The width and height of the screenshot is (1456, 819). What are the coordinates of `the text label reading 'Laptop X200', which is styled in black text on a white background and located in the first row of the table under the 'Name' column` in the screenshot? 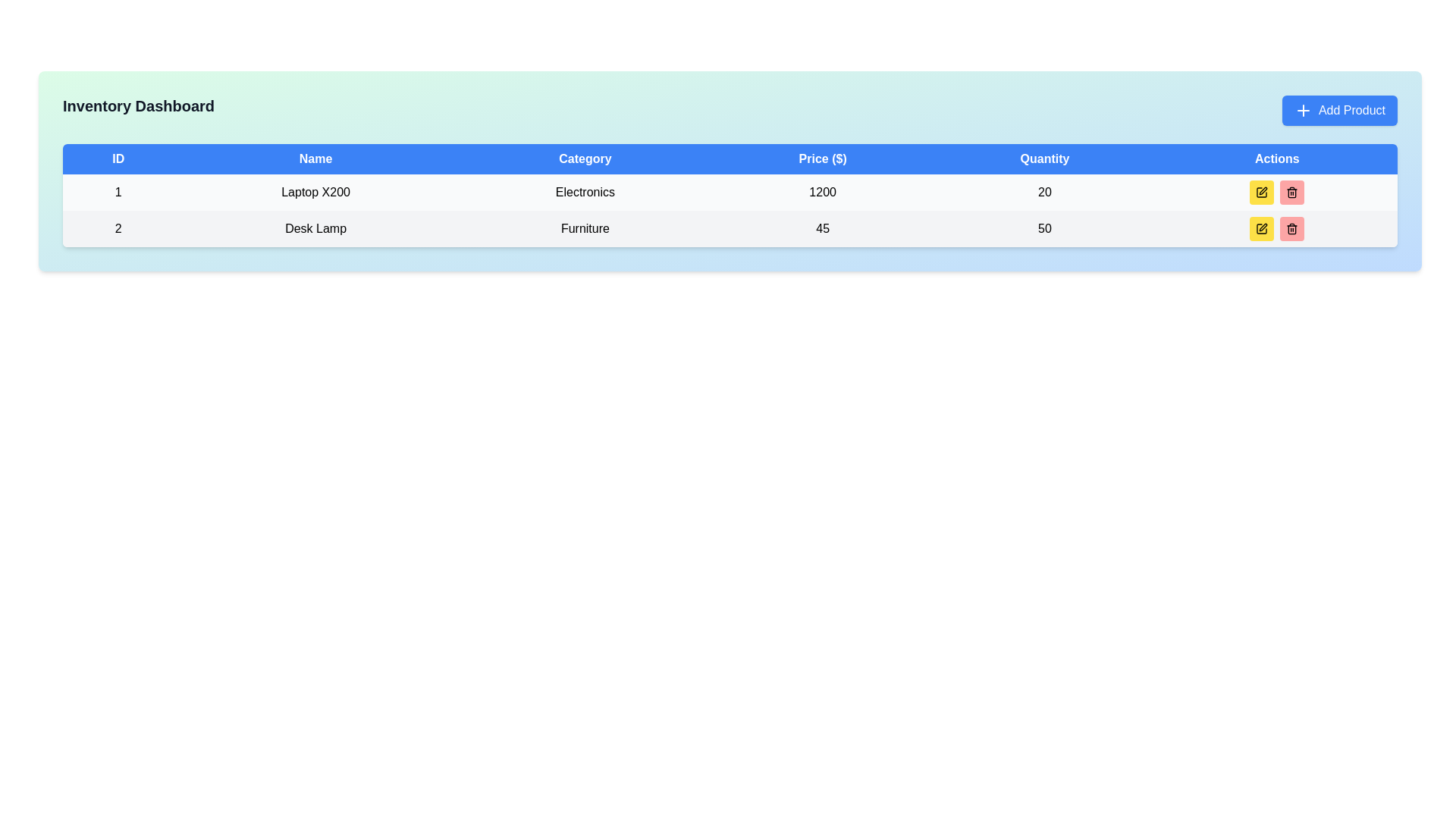 It's located at (315, 192).